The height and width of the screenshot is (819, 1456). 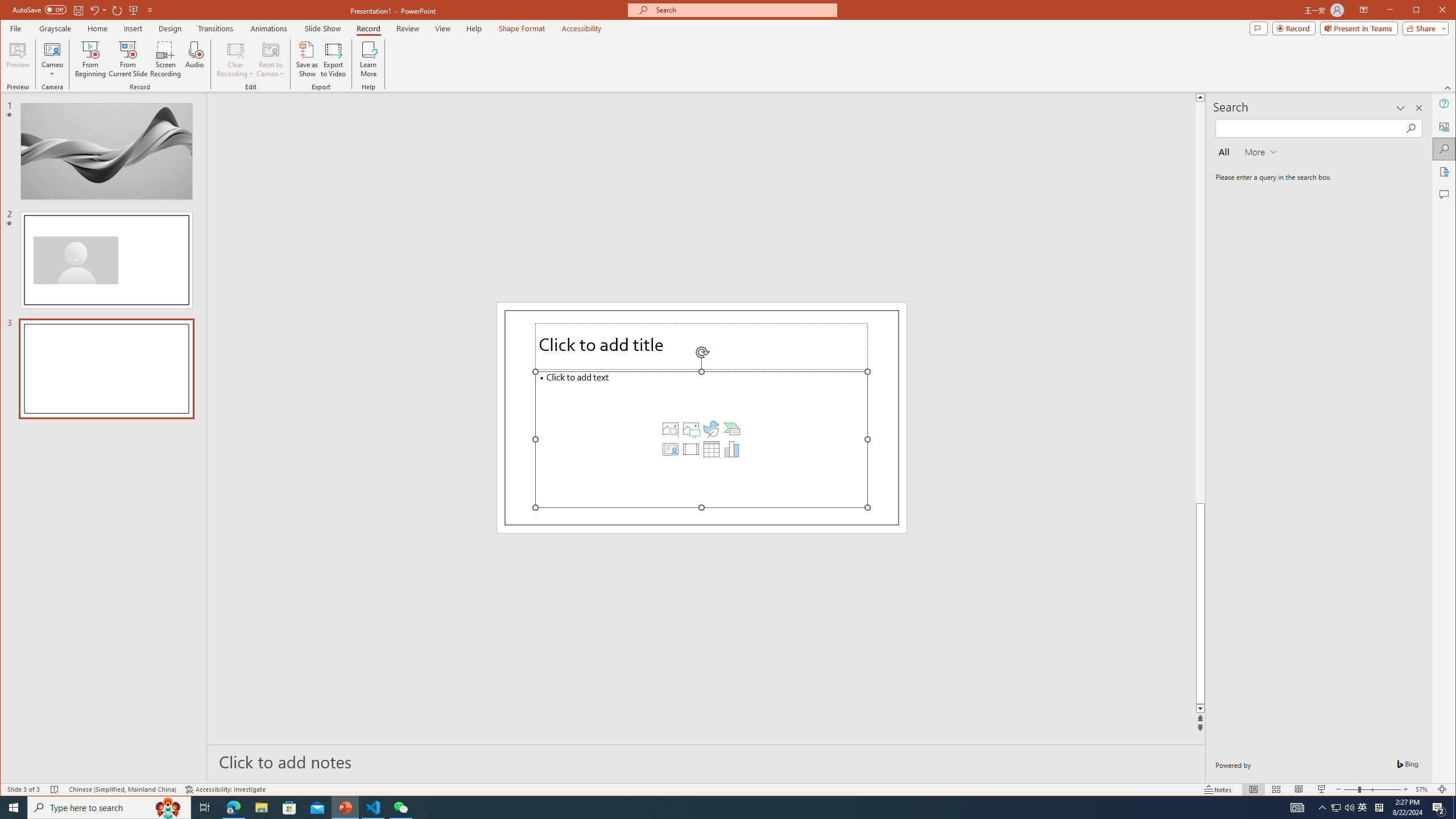 What do you see at coordinates (401, 806) in the screenshot?
I see `'WeChat - 1 running window'` at bounding box center [401, 806].